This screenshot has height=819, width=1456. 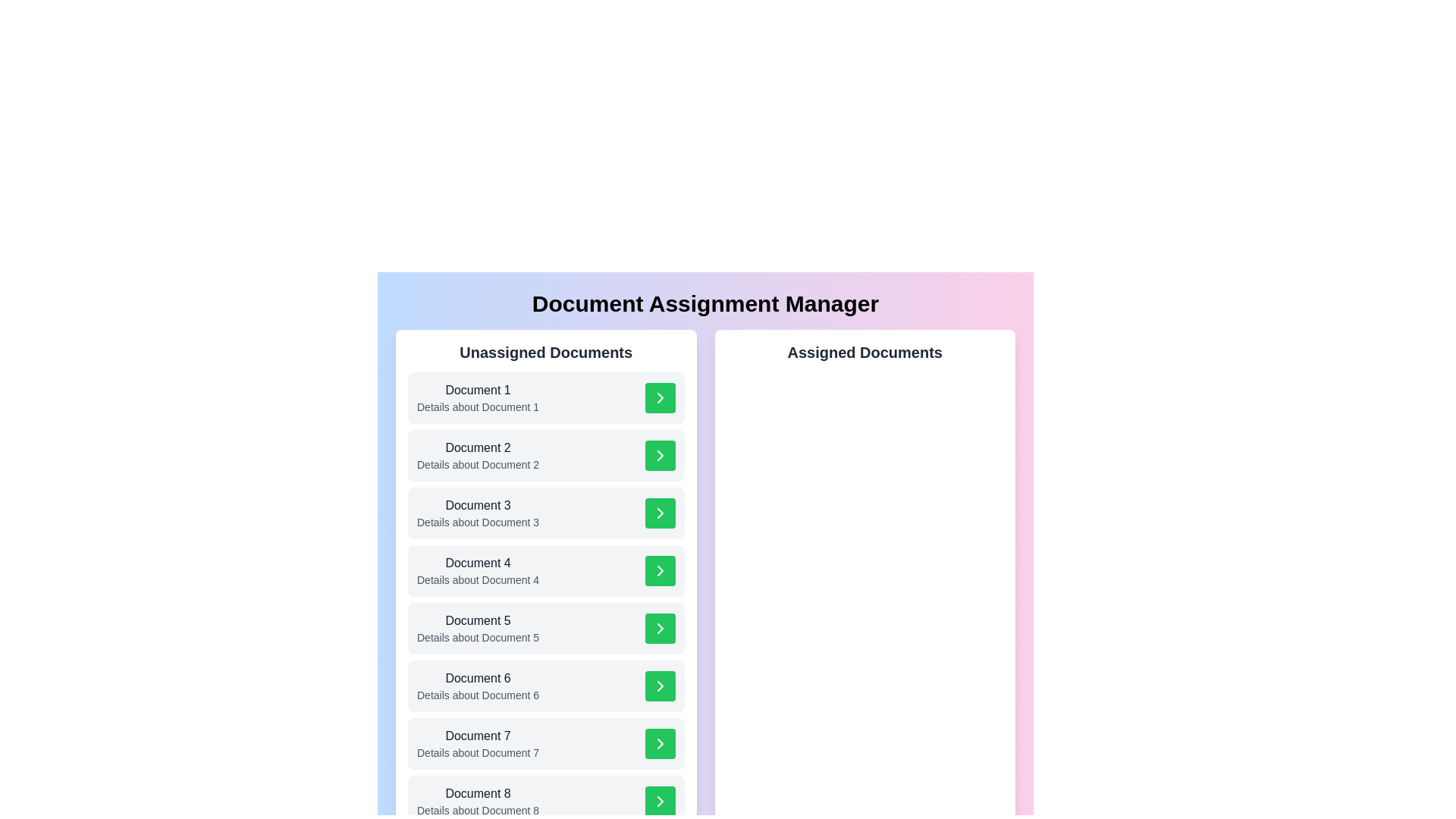 What do you see at coordinates (477, 620) in the screenshot?
I see `the Text label displaying the name of 'Document 5' in the fifth row of the 'Unassigned Documents' list` at bounding box center [477, 620].